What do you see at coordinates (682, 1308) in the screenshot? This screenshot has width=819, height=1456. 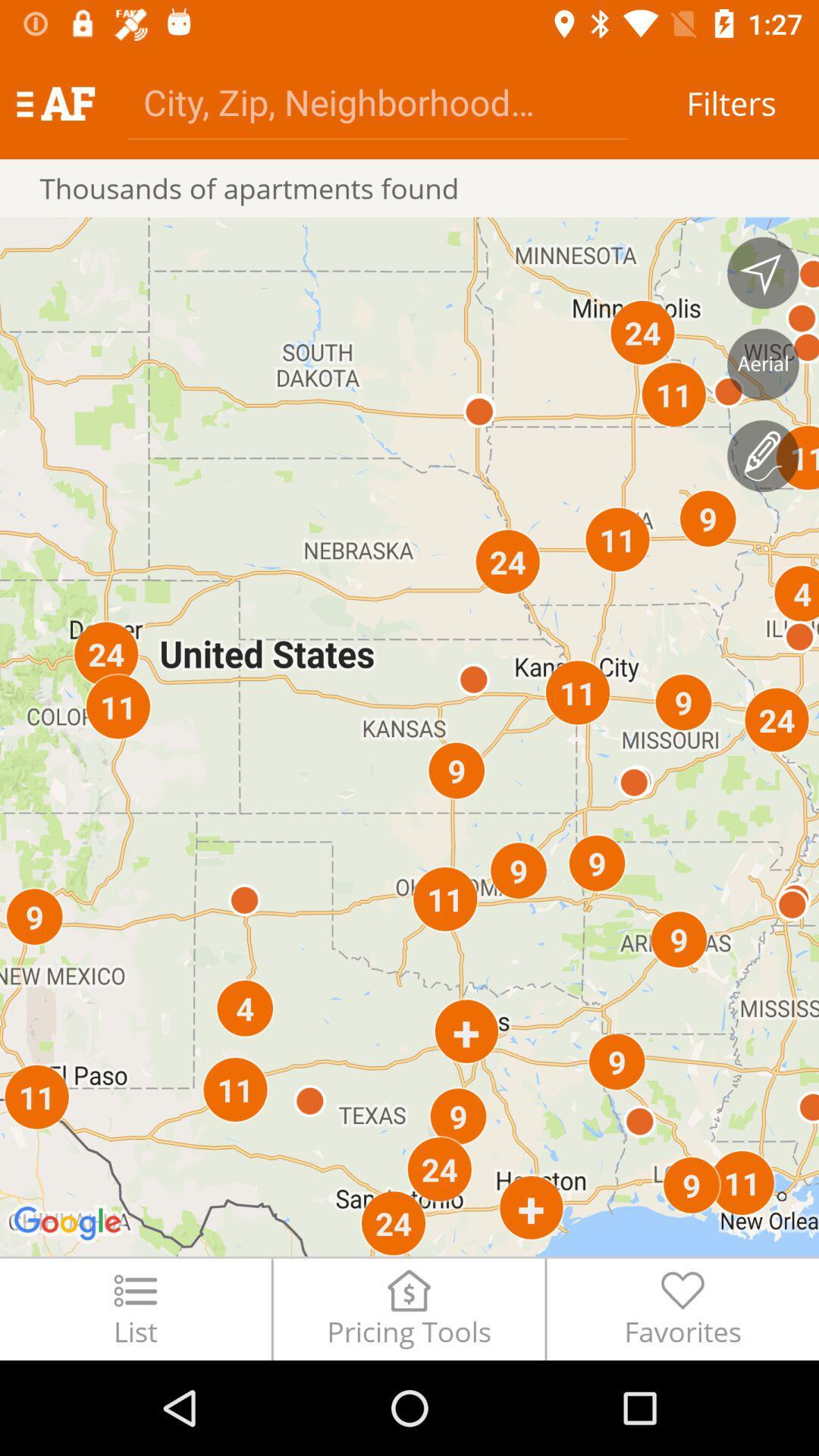 I see `favorites` at bounding box center [682, 1308].